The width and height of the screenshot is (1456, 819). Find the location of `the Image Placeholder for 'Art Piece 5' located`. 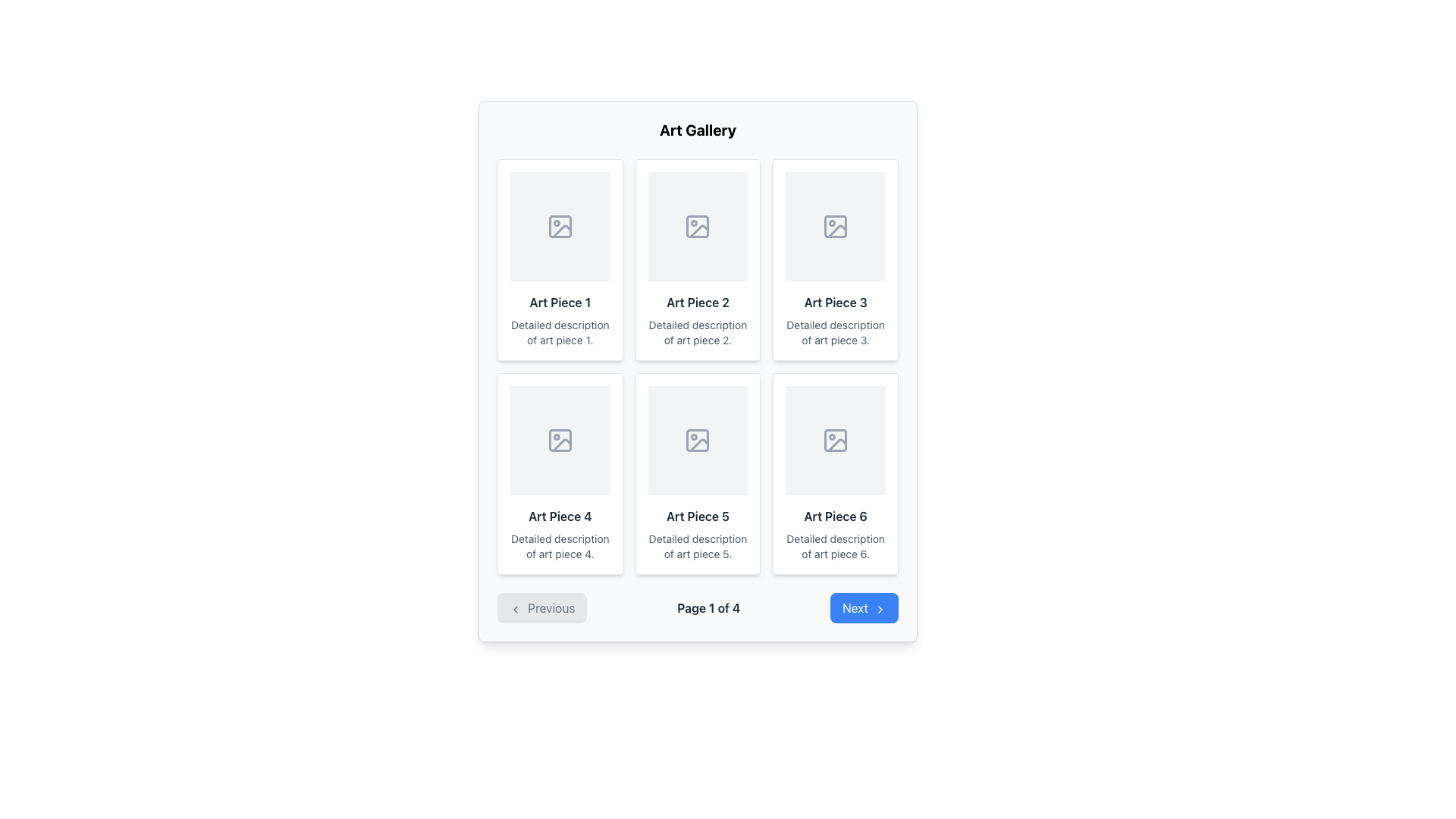

the Image Placeholder for 'Art Piece 5' located is located at coordinates (697, 441).